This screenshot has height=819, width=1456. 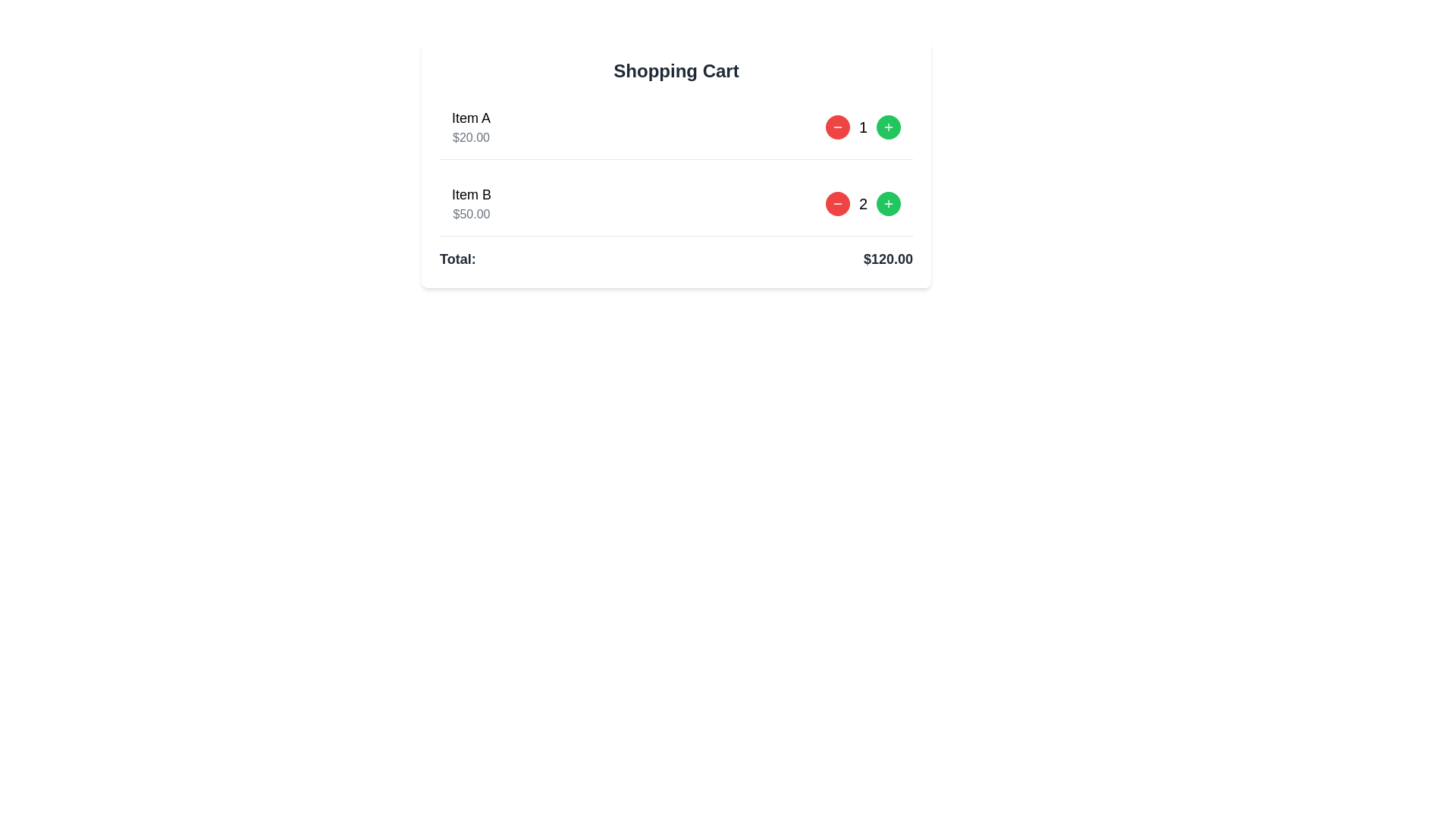 I want to click on the text label that identifies the name of an item listed in the shopping cart, located in the first list item above the price line, so click(x=470, y=117).